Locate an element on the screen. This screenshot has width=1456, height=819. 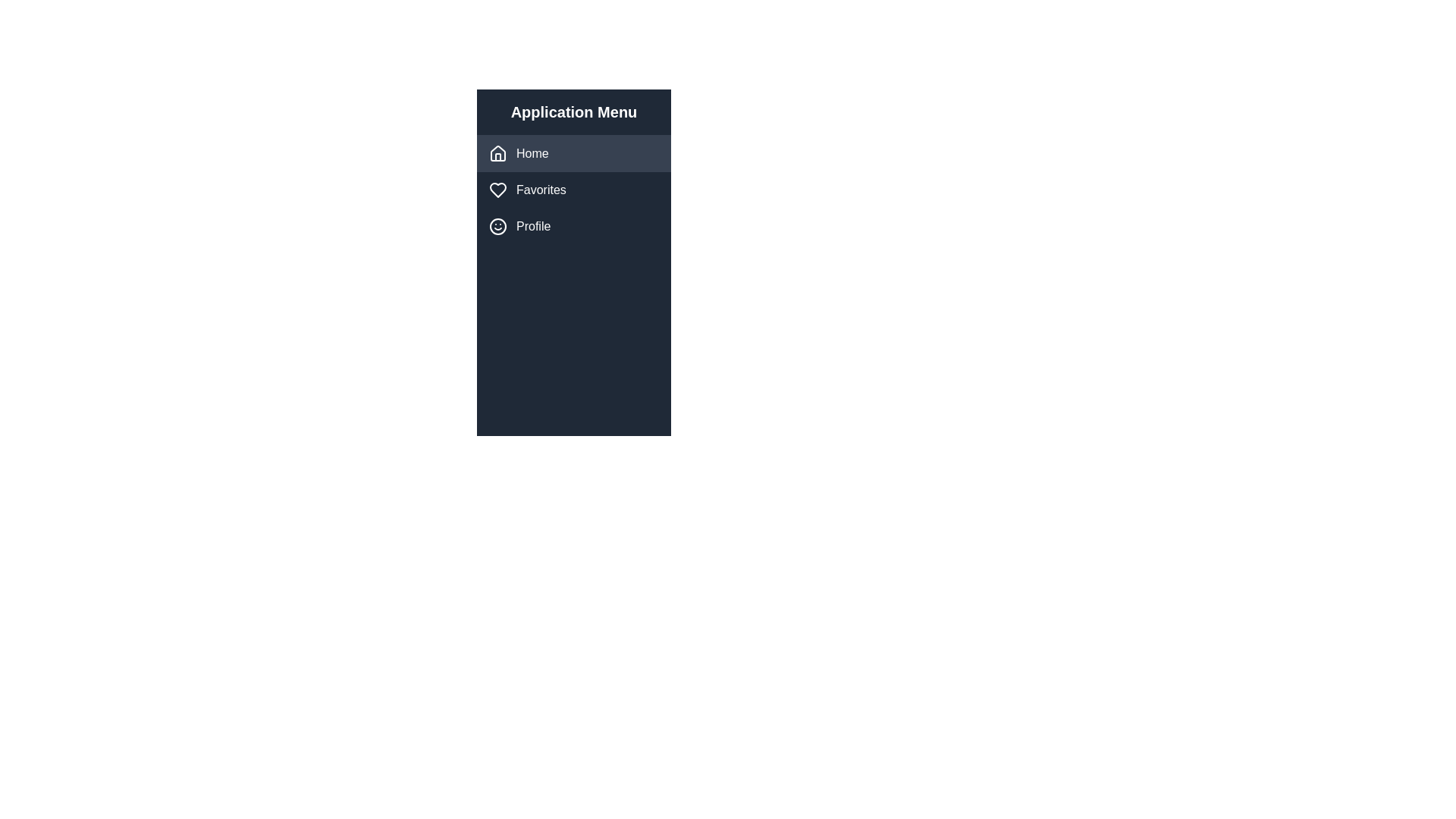
the heart-shaped icon outlined with a white stroke, located beside the 'Favorites' text label in the vertical menu is located at coordinates (498, 189).